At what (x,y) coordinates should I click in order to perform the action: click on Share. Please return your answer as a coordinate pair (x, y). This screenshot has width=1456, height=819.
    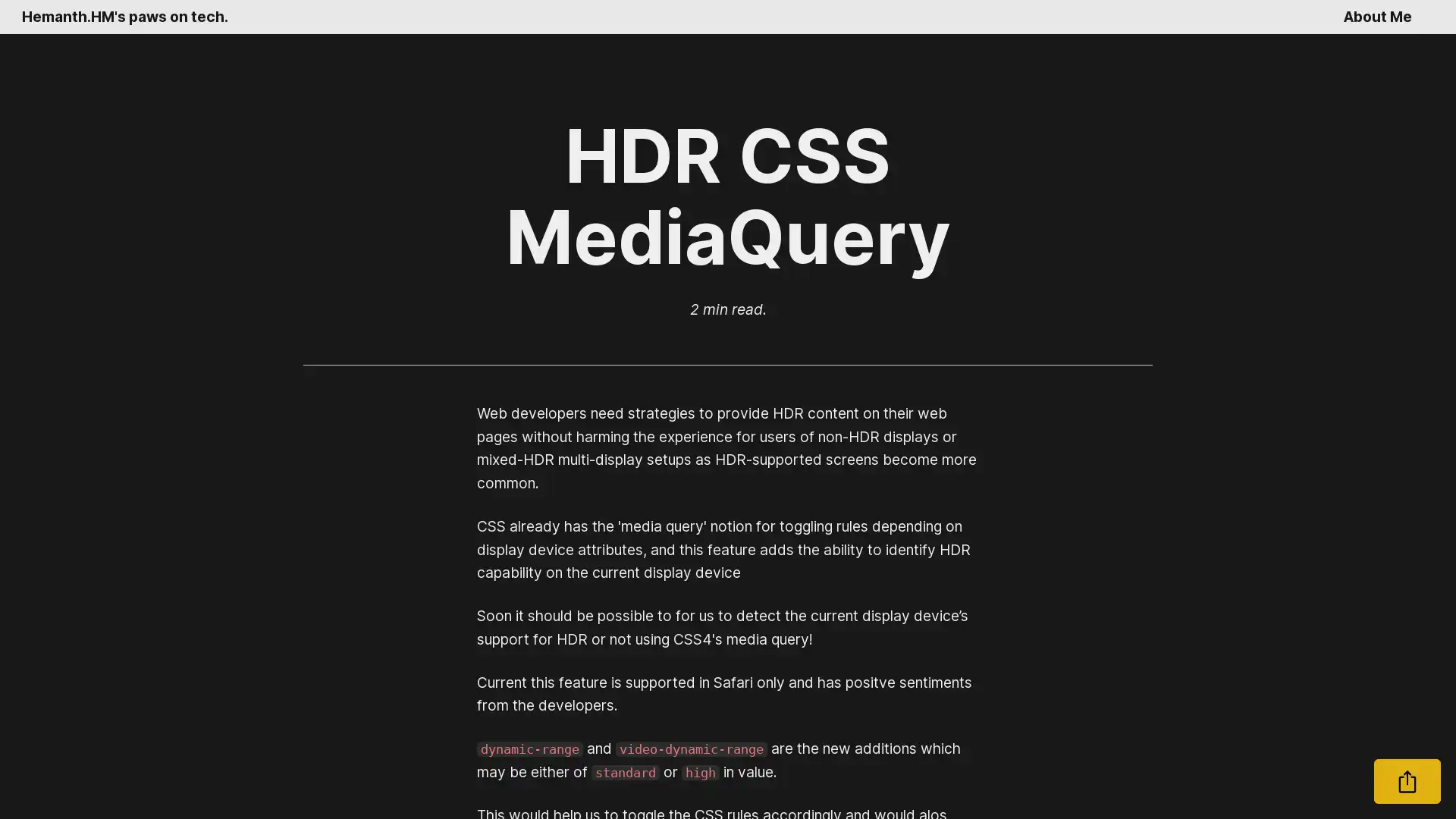
    Looking at the image, I should click on (1407, 781).